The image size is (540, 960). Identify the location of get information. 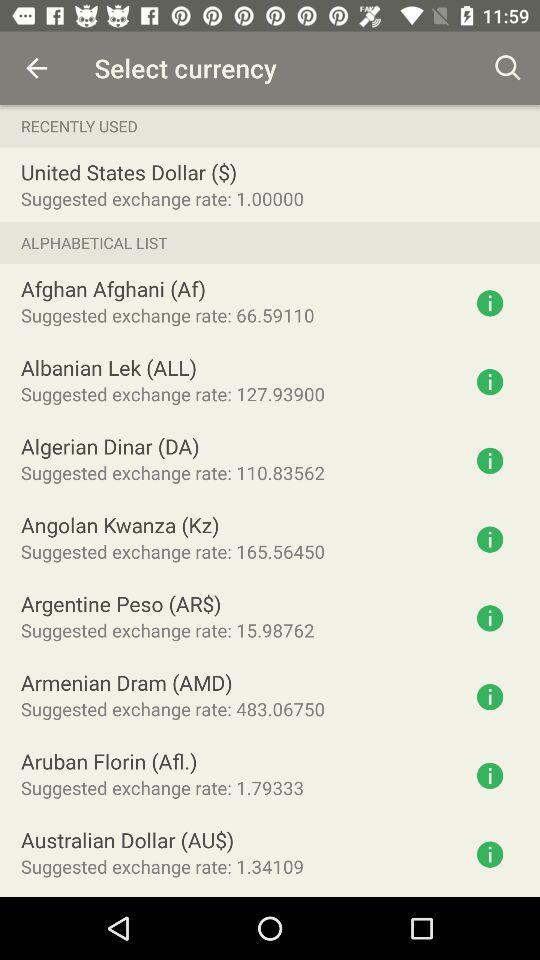
(489, 853).